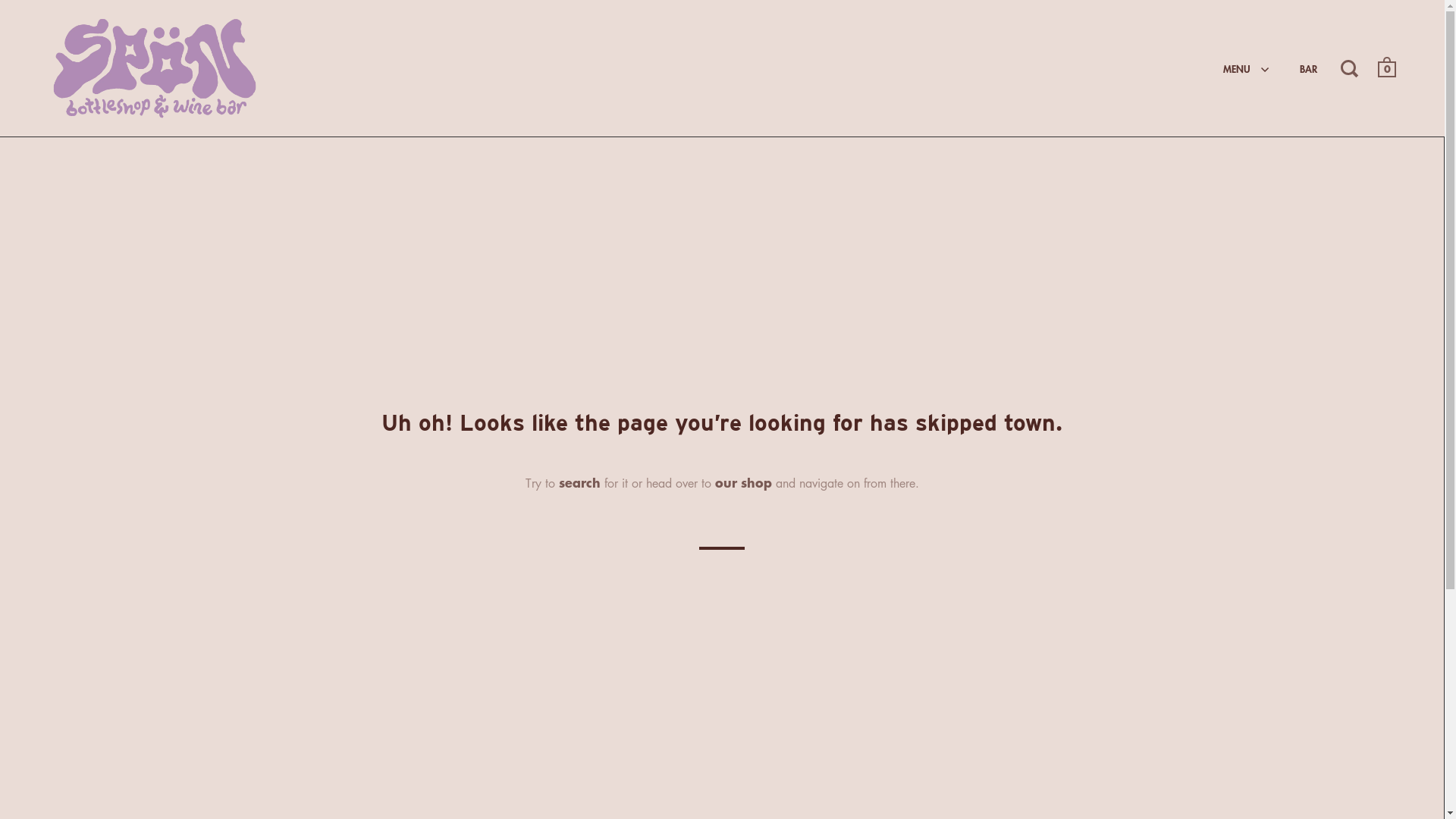  Describe the element at coordinates (742, 482) in the screenshot. I see `'our shop'` at that location.